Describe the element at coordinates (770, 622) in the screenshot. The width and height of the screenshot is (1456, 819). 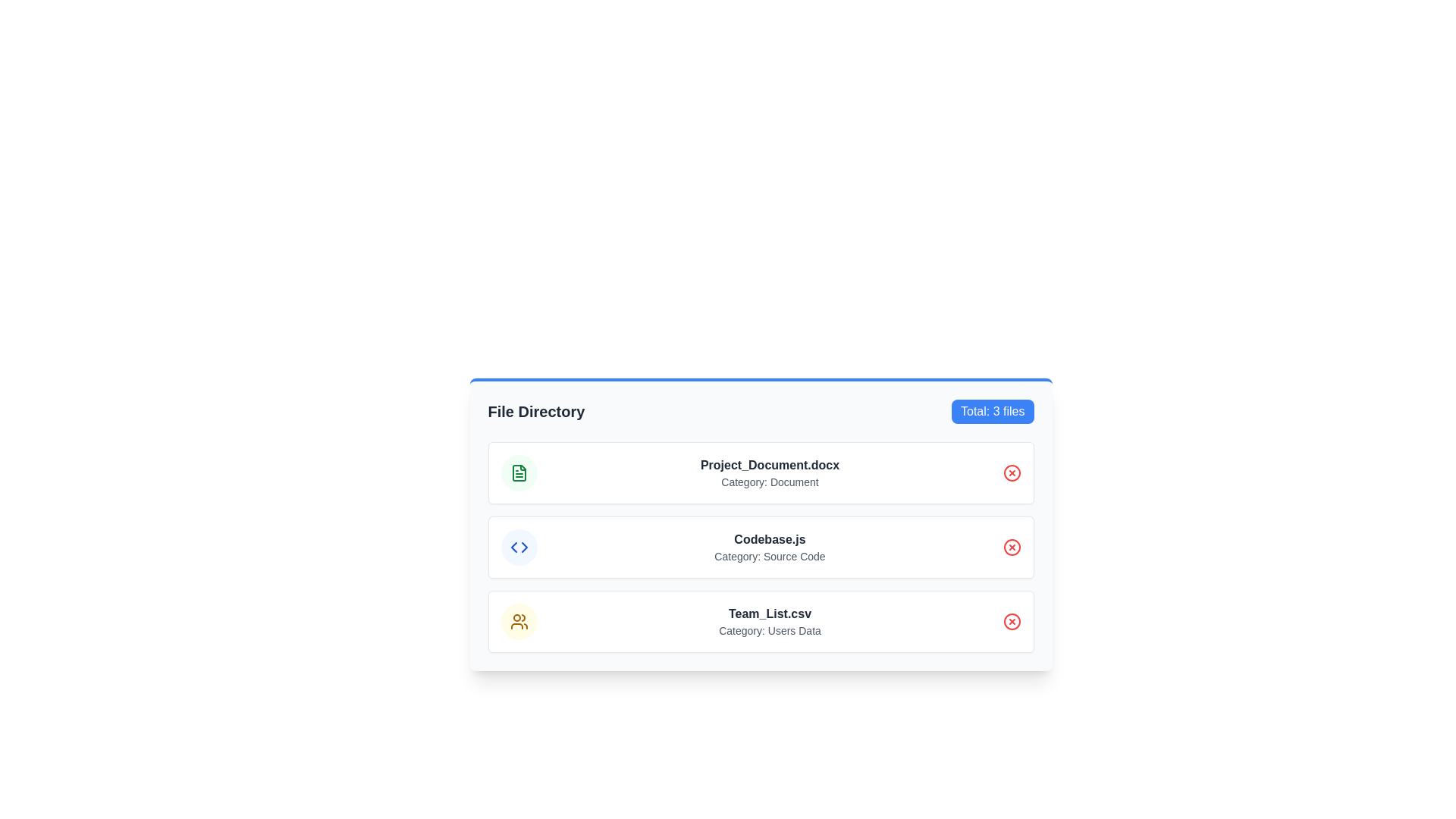
I see `the third file entry in the 'File Directory' list` at that location.